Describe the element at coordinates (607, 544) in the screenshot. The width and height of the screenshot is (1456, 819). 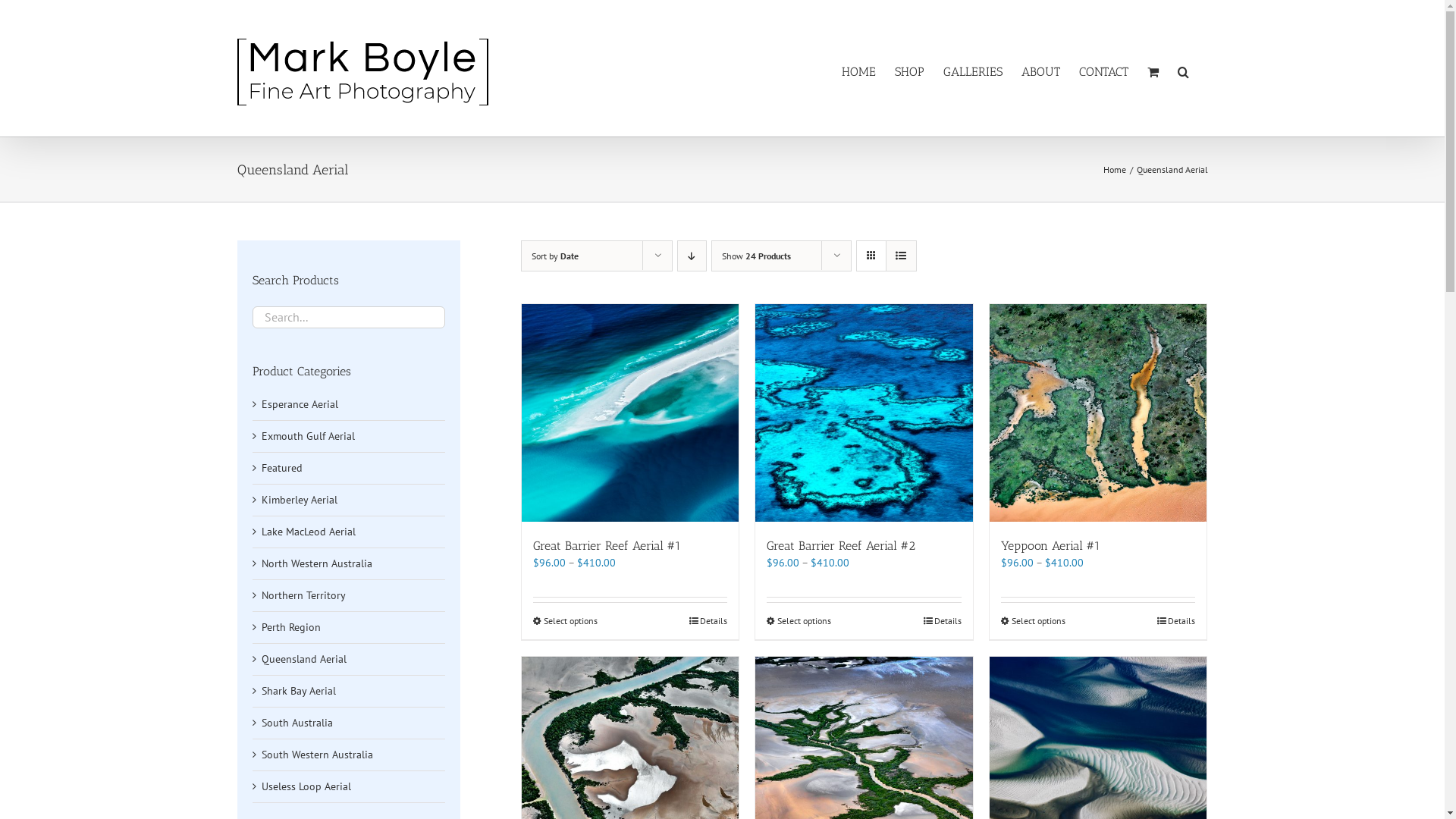
I see `'Great Barrier Reef Aerial #1'` at that location.